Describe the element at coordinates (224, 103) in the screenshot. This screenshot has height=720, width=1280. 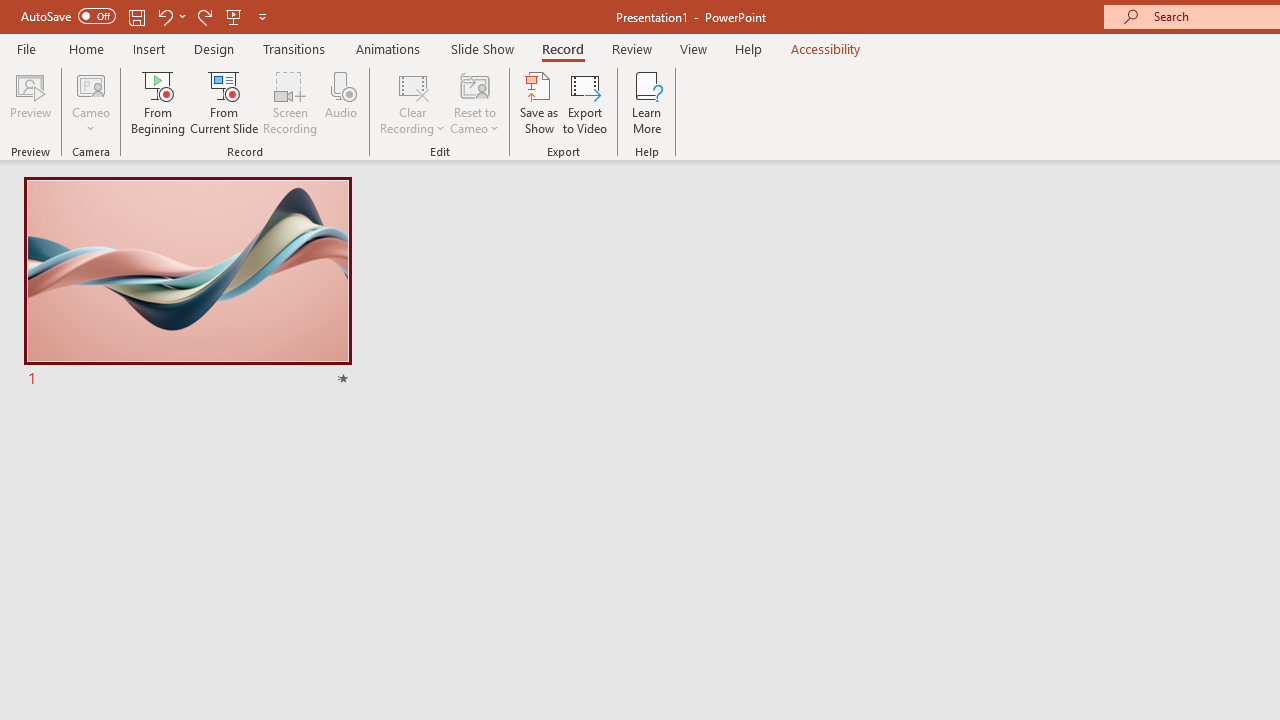
I see `'From Current Slide...'` at that location.